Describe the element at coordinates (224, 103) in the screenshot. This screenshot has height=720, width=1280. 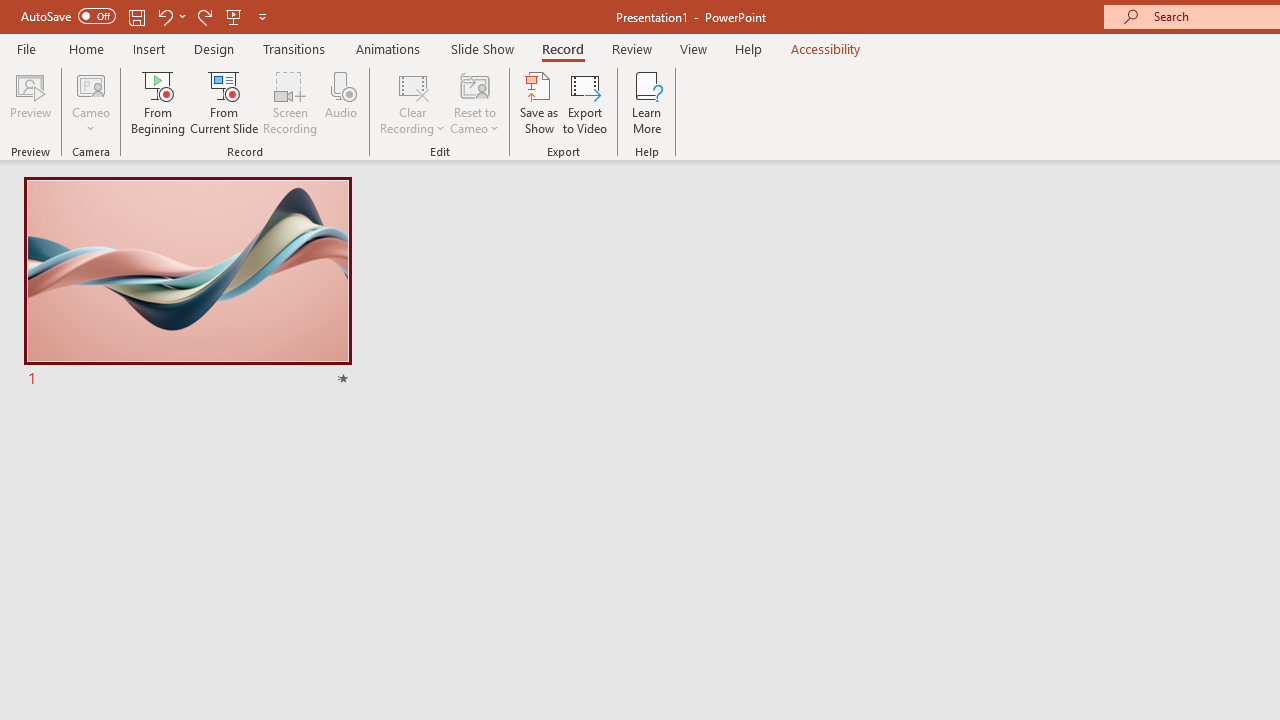
I see `'From Current Slide...'` at that location.